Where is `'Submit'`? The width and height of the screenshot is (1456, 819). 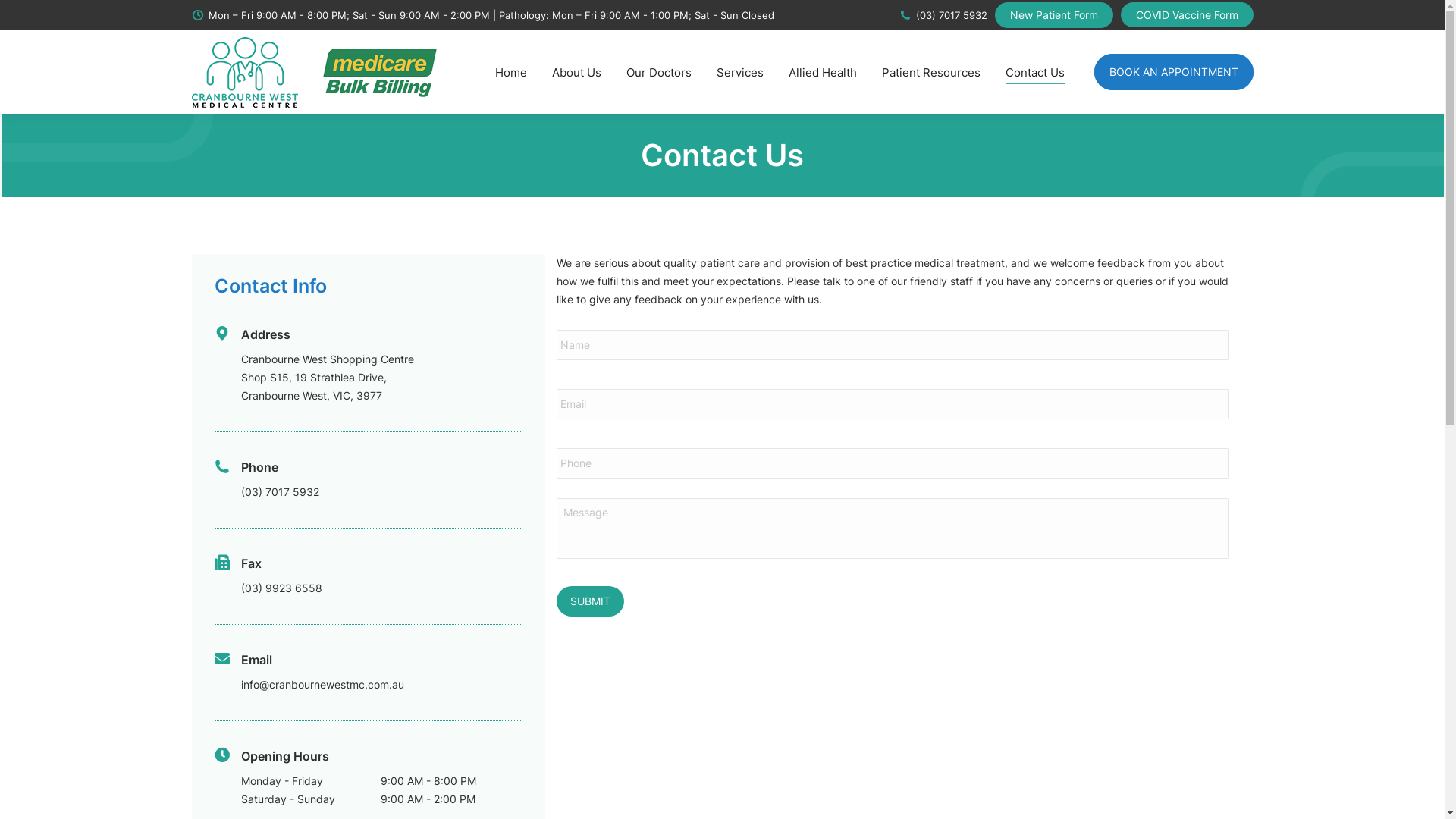 'Submit' is located at coordinates (589, 601).